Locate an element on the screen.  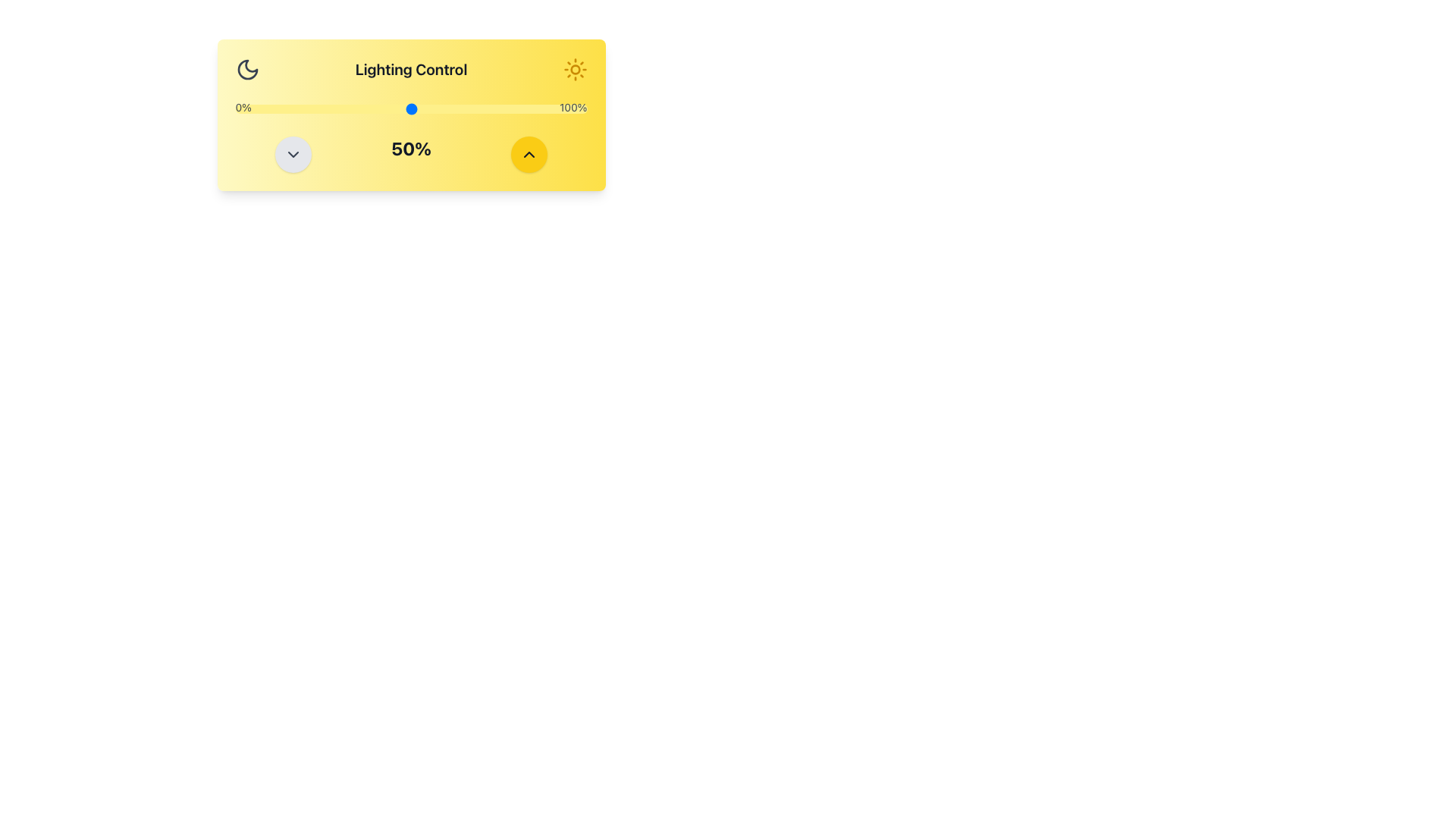
the Display Text element that shows the current lighting intensity as a percentage, positioned centrally between interactive circular buttons is located at coordinates (411, 155).